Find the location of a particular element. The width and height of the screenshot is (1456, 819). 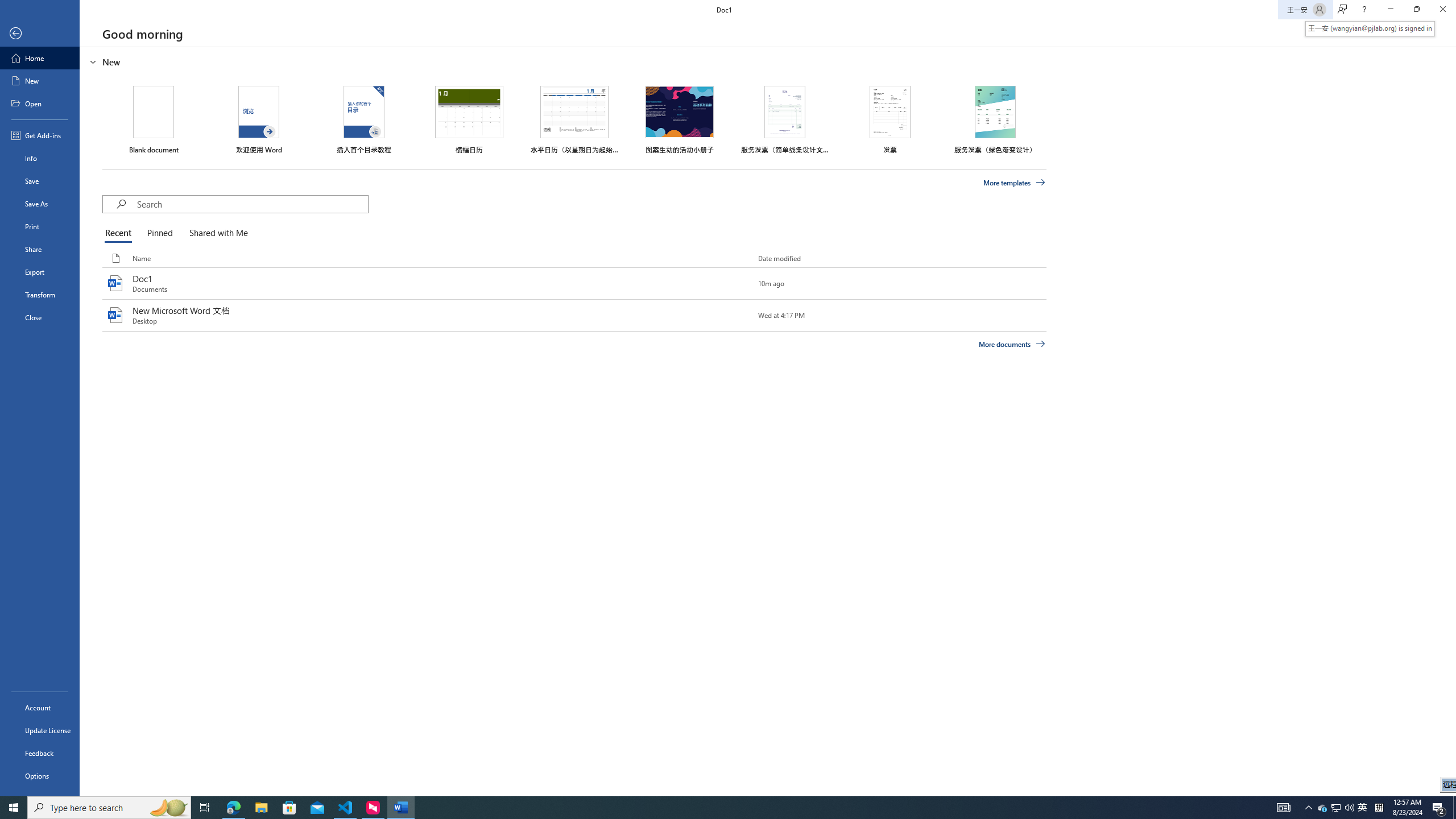

'Update License' is located at coordinates (39, 730).